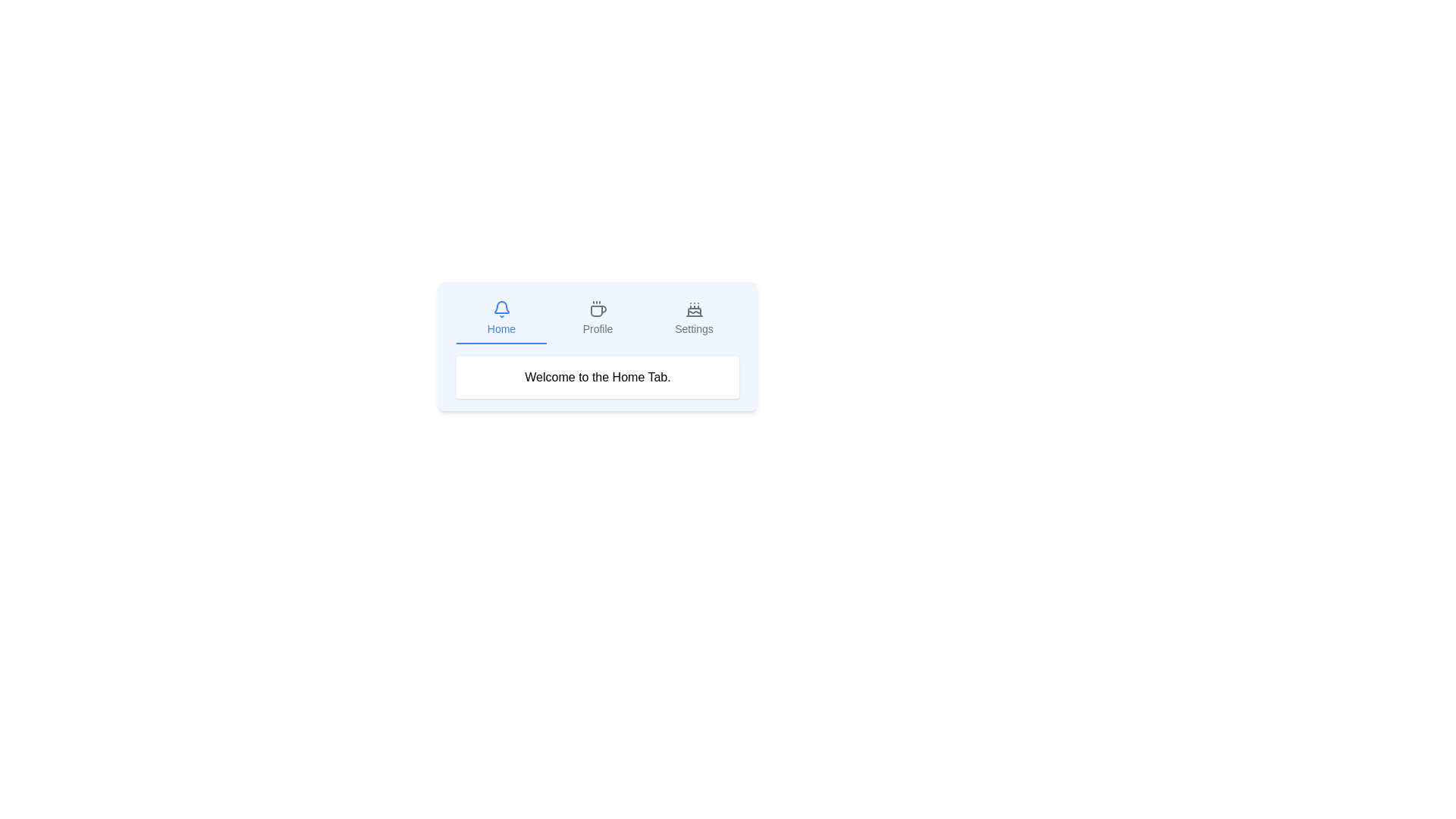 The width and height of the screenshot is (1456, 819). I want to click on the Home tab by clicking on its button, so click(501, 318).